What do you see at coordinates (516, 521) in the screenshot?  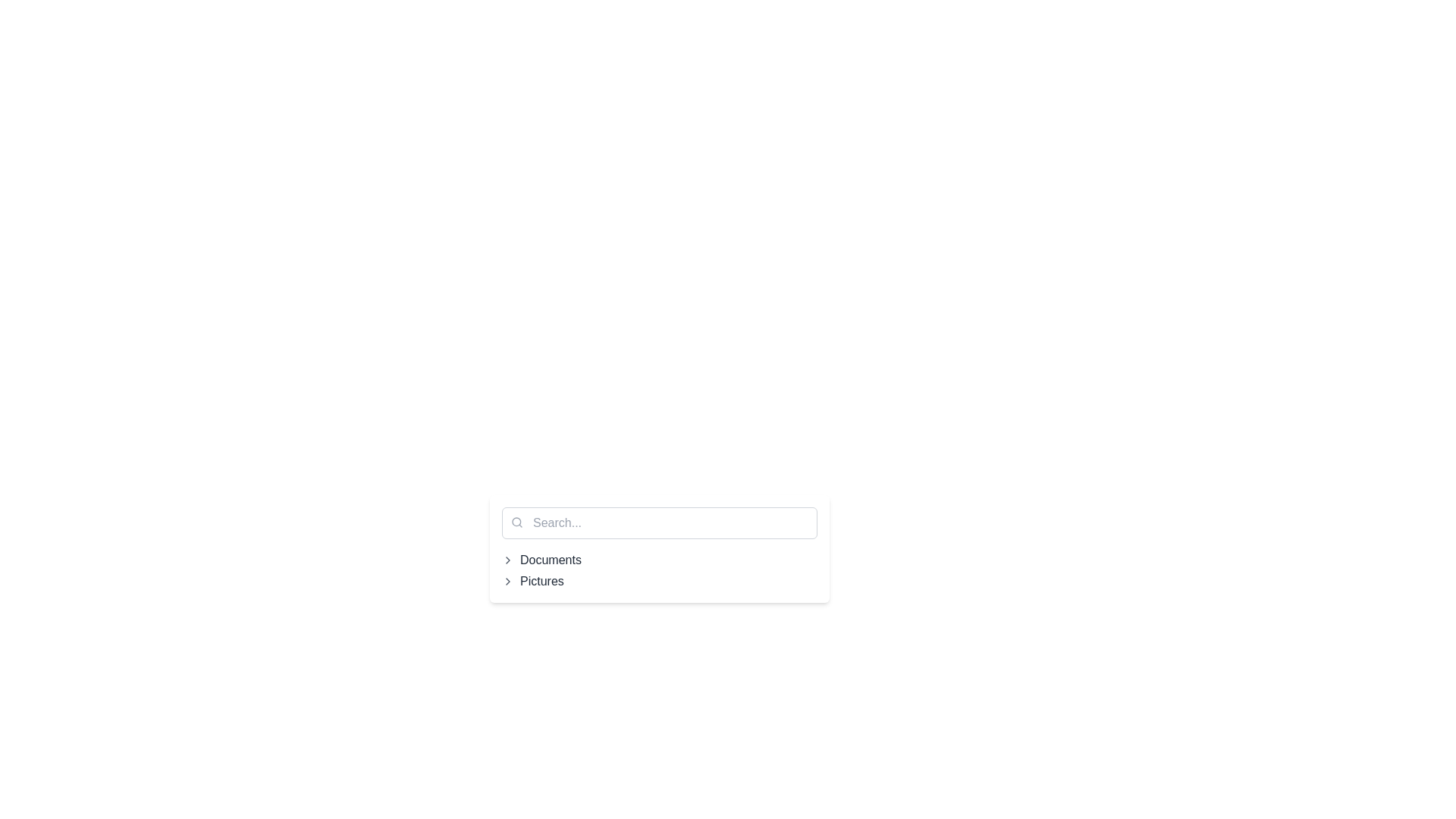 I see `small circular graphical component located on the left side of the search bar, which is part of an icon and has no markings or text` at bounding box center [516, 521].